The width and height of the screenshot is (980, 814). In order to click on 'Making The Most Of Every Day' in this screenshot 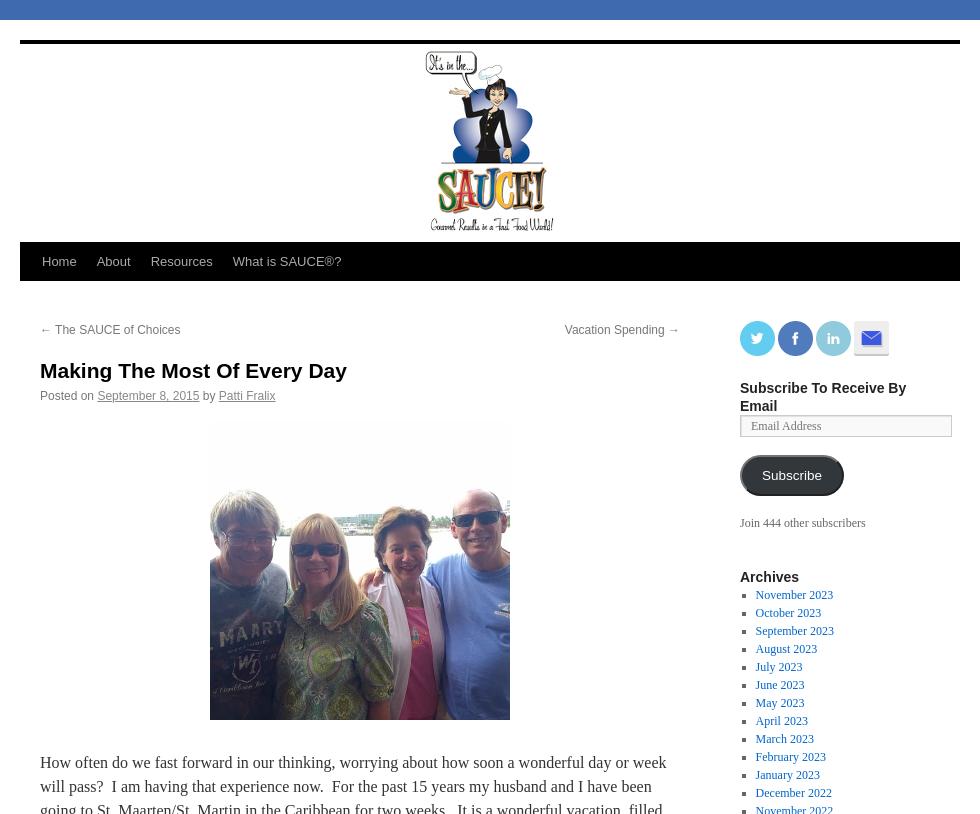, I will do `click(39, 370)`.